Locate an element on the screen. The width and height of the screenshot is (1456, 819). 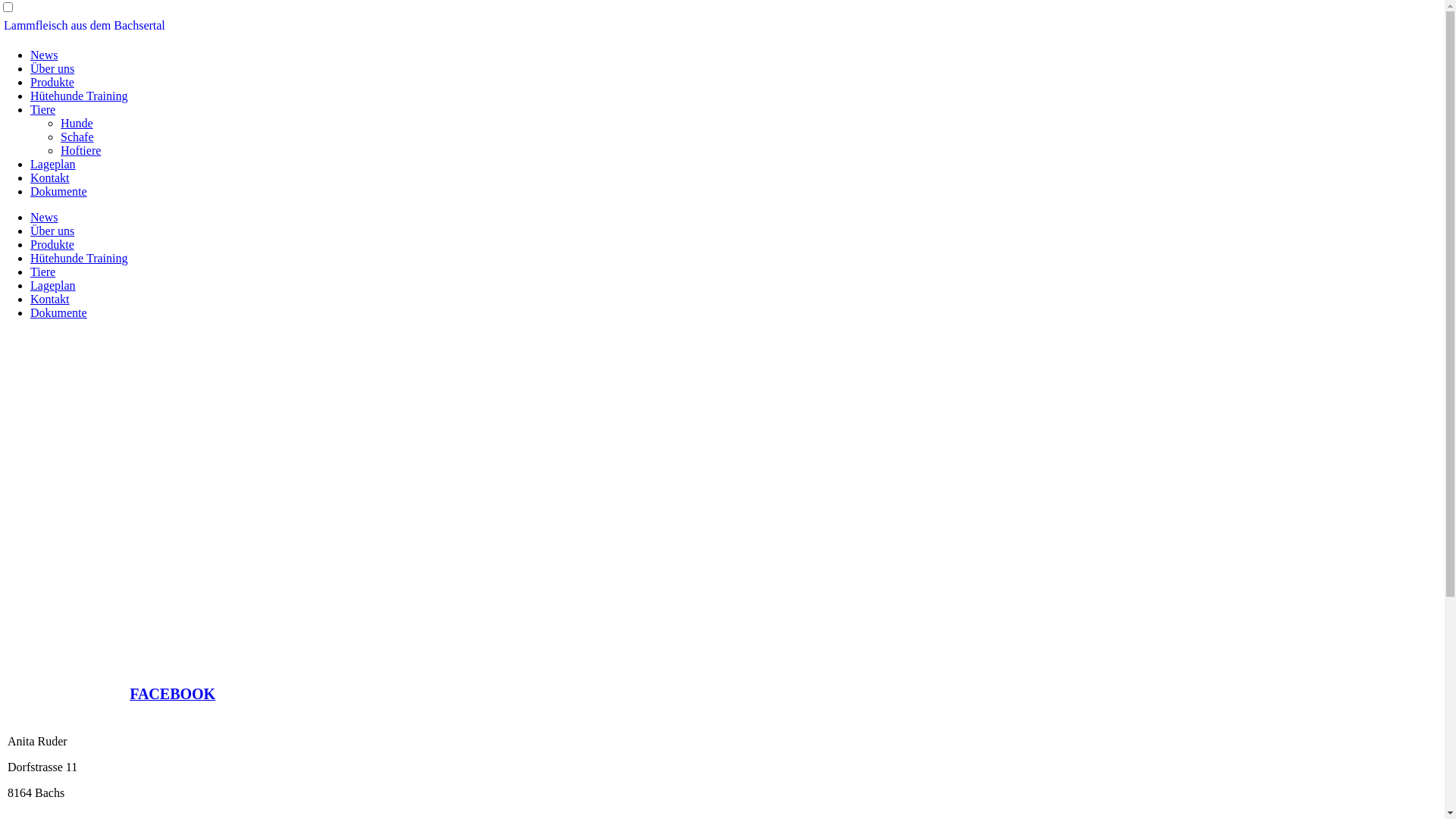
'Produkte' is located at coordinates (52, 243).